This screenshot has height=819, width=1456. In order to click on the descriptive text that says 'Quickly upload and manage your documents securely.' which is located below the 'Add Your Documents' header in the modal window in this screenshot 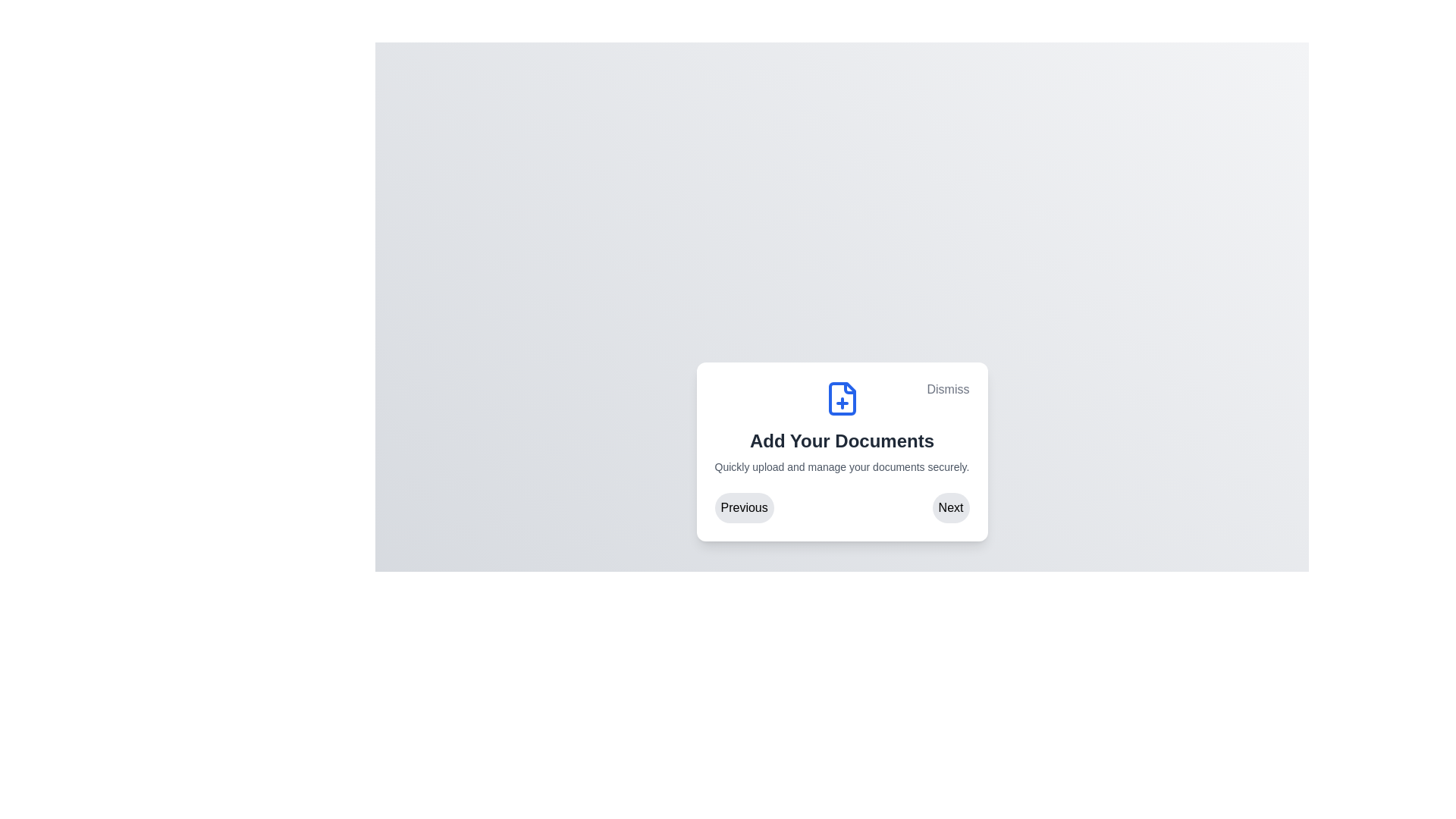, I will do `click(841, 466)`.